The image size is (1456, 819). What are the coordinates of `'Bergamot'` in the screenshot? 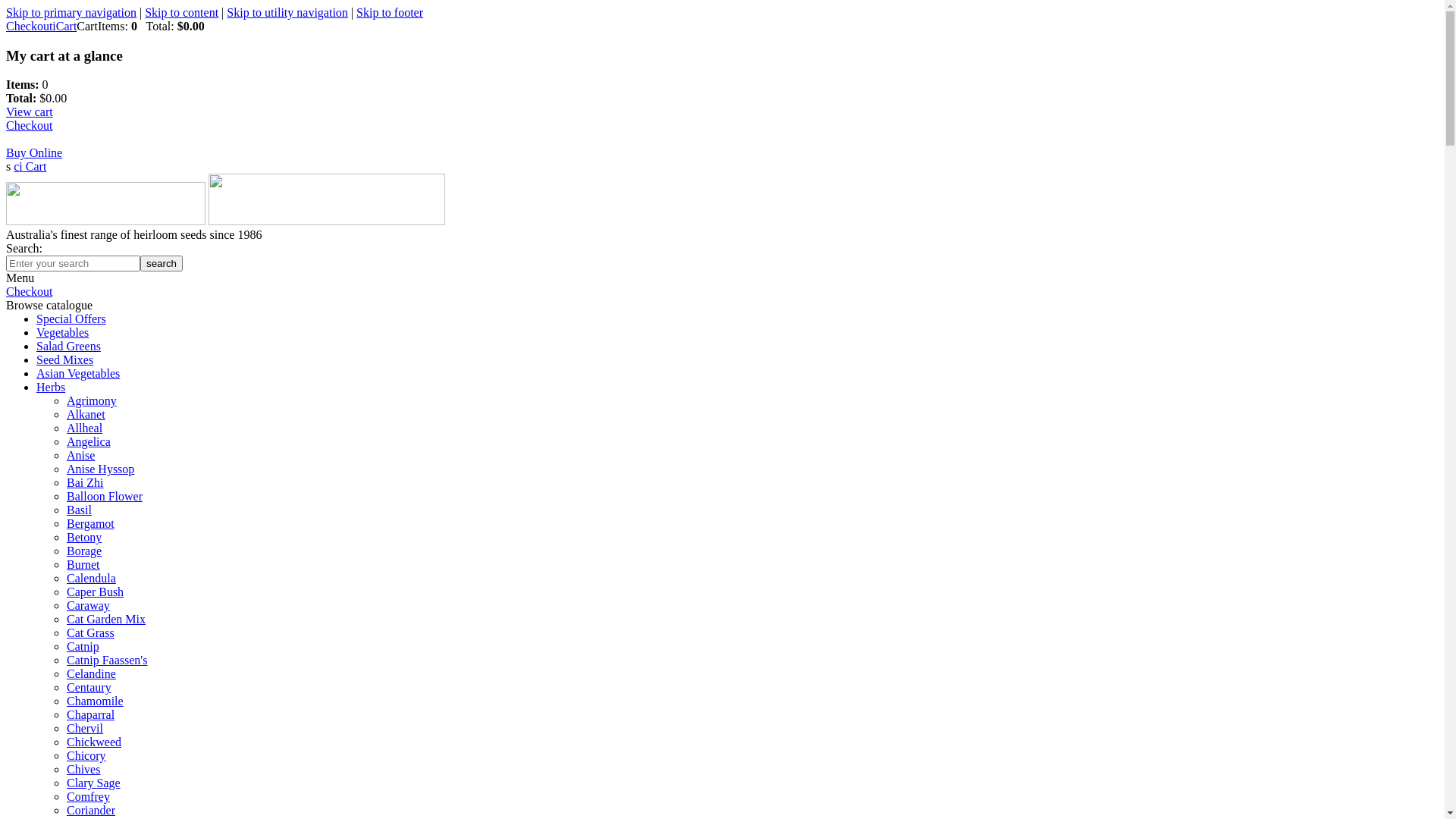 It's located at (89, 522).